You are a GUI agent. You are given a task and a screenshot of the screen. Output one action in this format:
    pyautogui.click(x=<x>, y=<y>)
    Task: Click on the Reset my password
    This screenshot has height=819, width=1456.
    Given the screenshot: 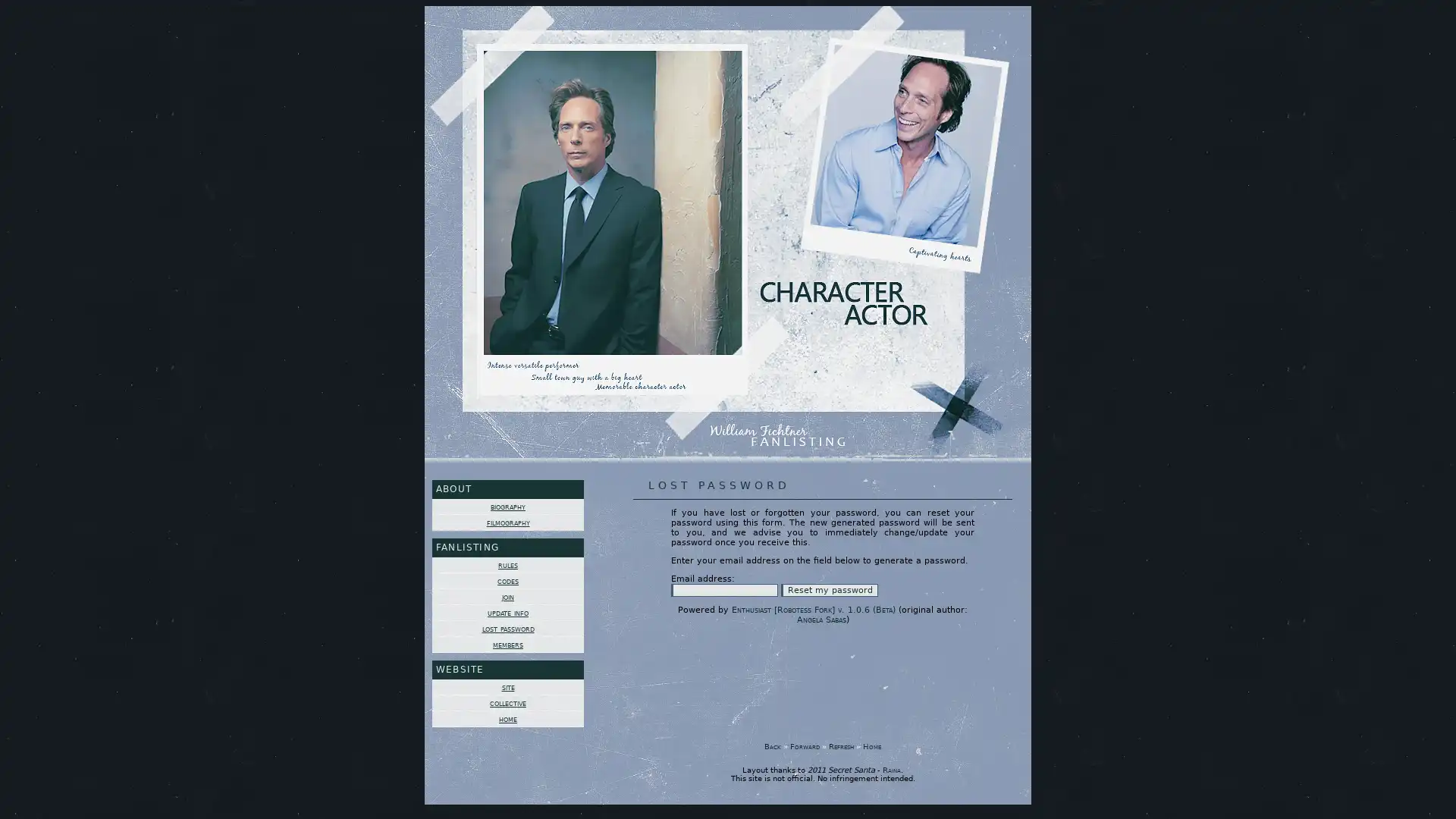 What is the action you would take?
    pyautogui.click(x=829, y=589)
    